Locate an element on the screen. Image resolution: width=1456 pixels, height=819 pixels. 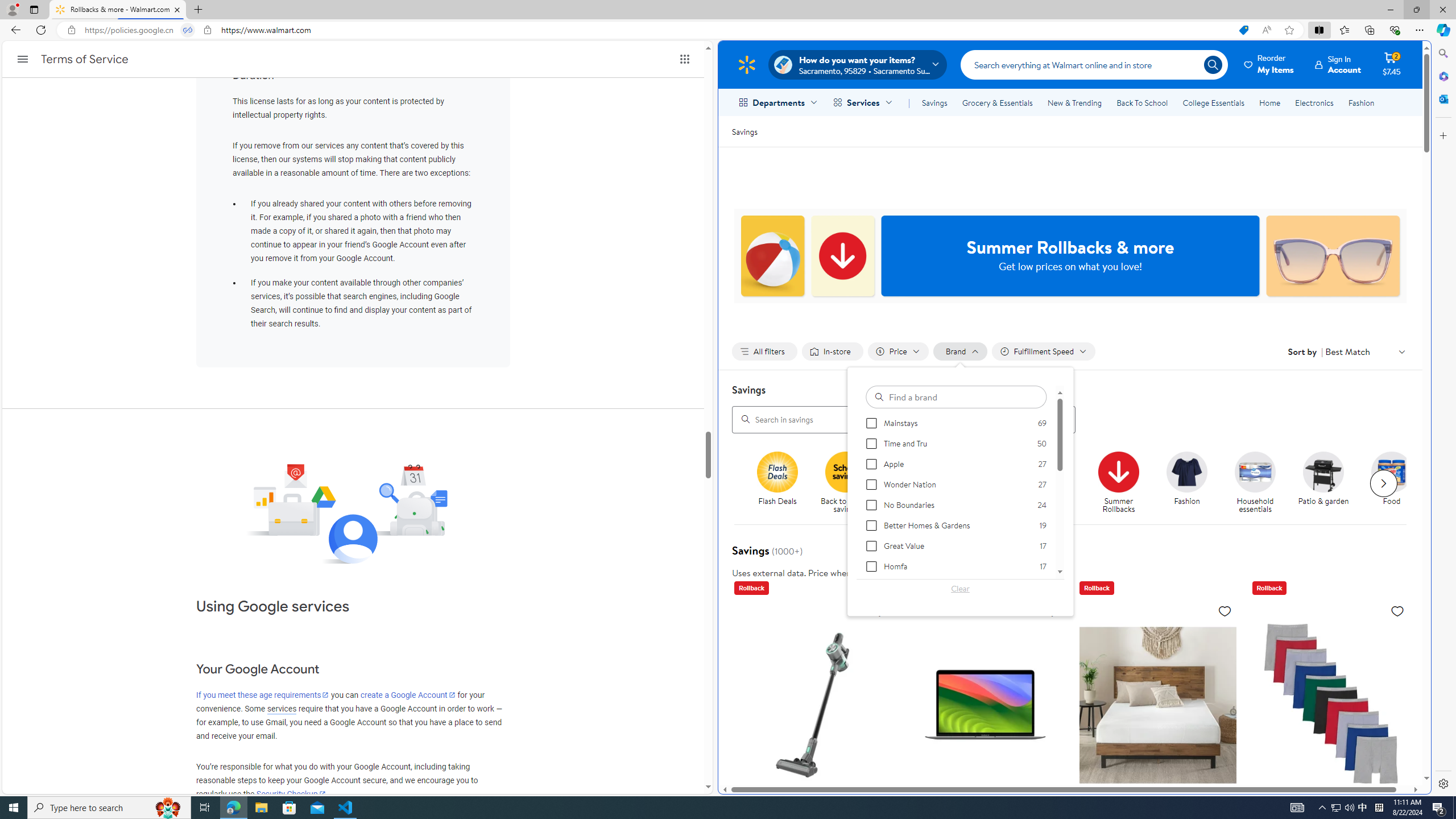
'Rollbacks & more - Walmart.com' is located at coordinates (118, 9).